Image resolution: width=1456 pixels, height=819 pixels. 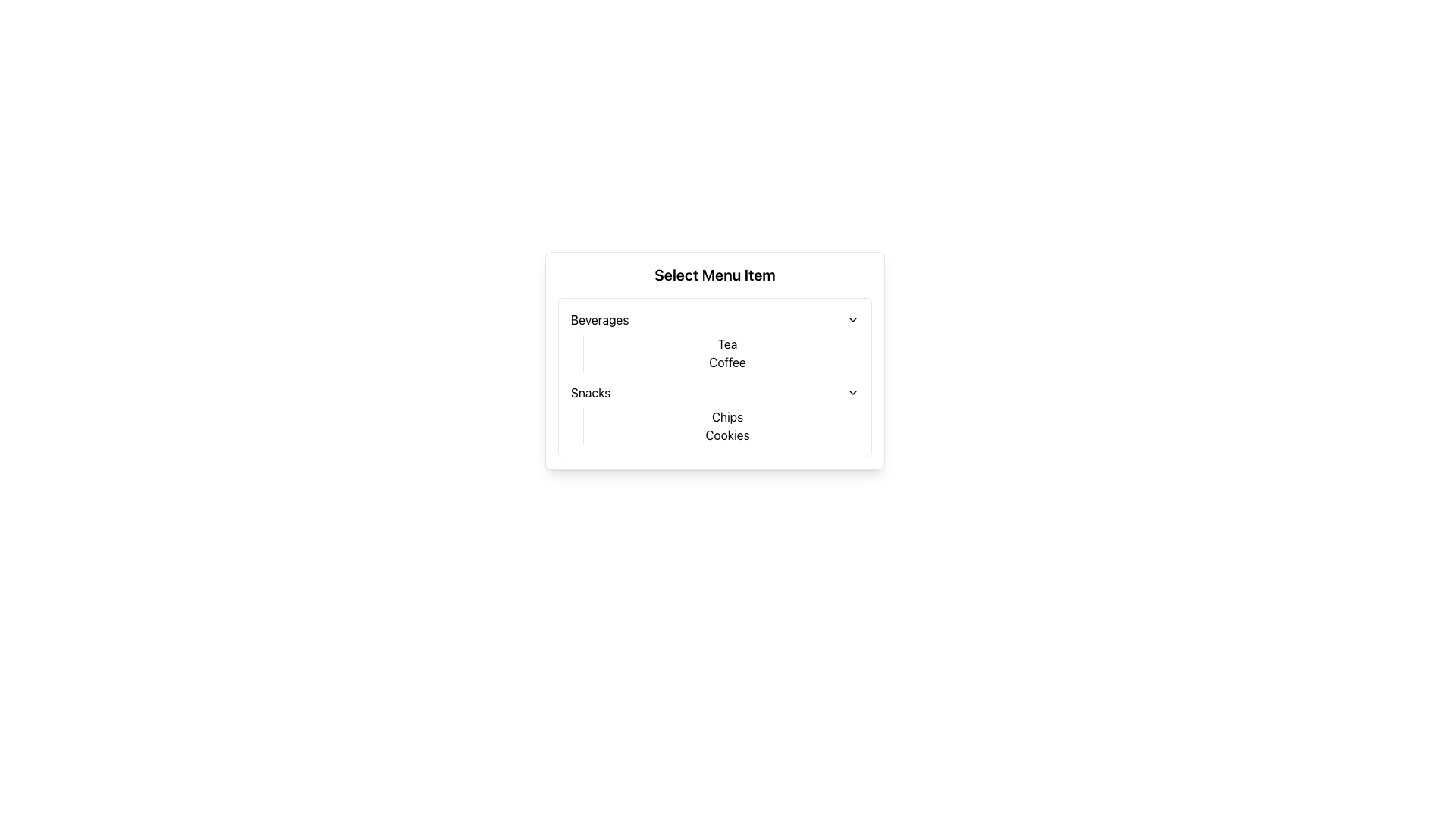 I want to click on the downward-pointing chevron icon located near the right edge of the 'Beverages' row, so click(x=852, y=318).